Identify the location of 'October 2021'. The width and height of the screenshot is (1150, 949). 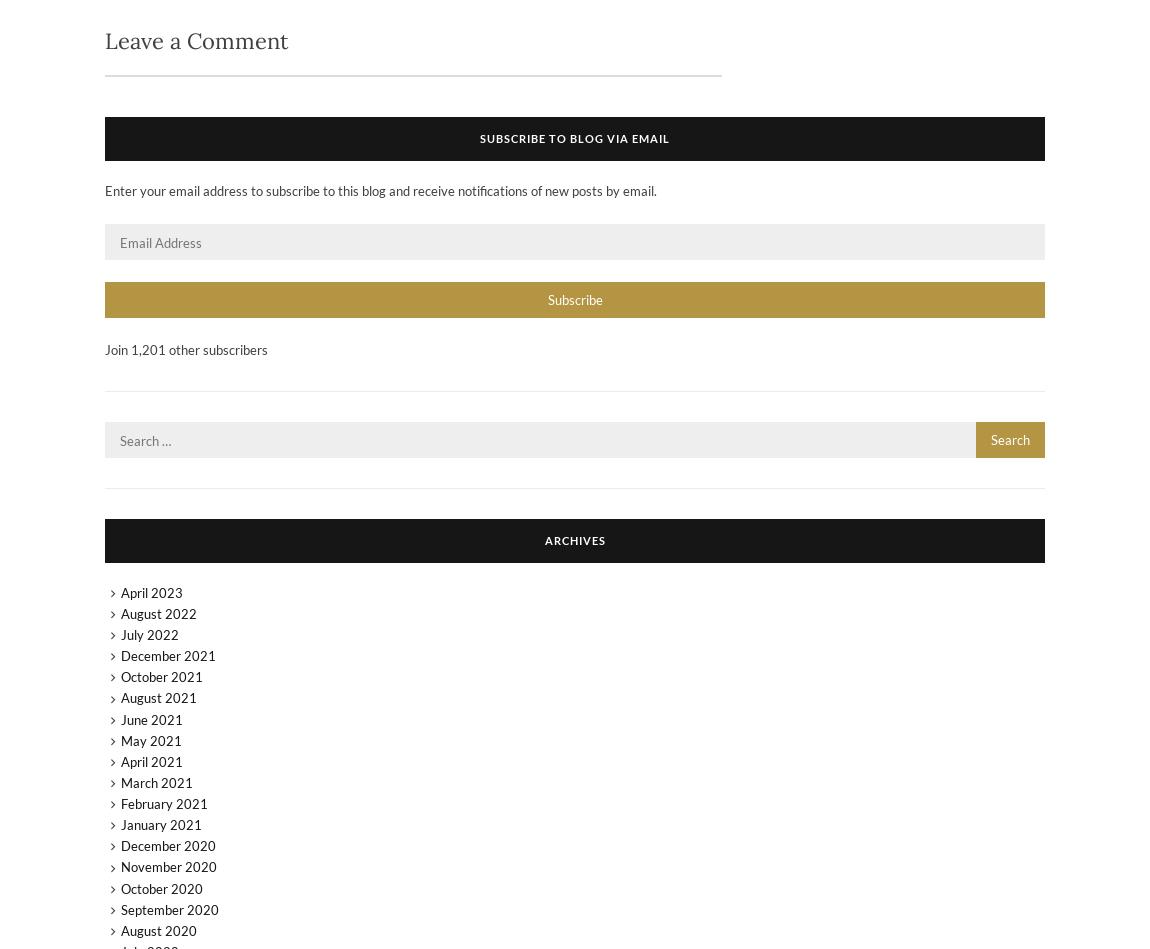
(118, 677).